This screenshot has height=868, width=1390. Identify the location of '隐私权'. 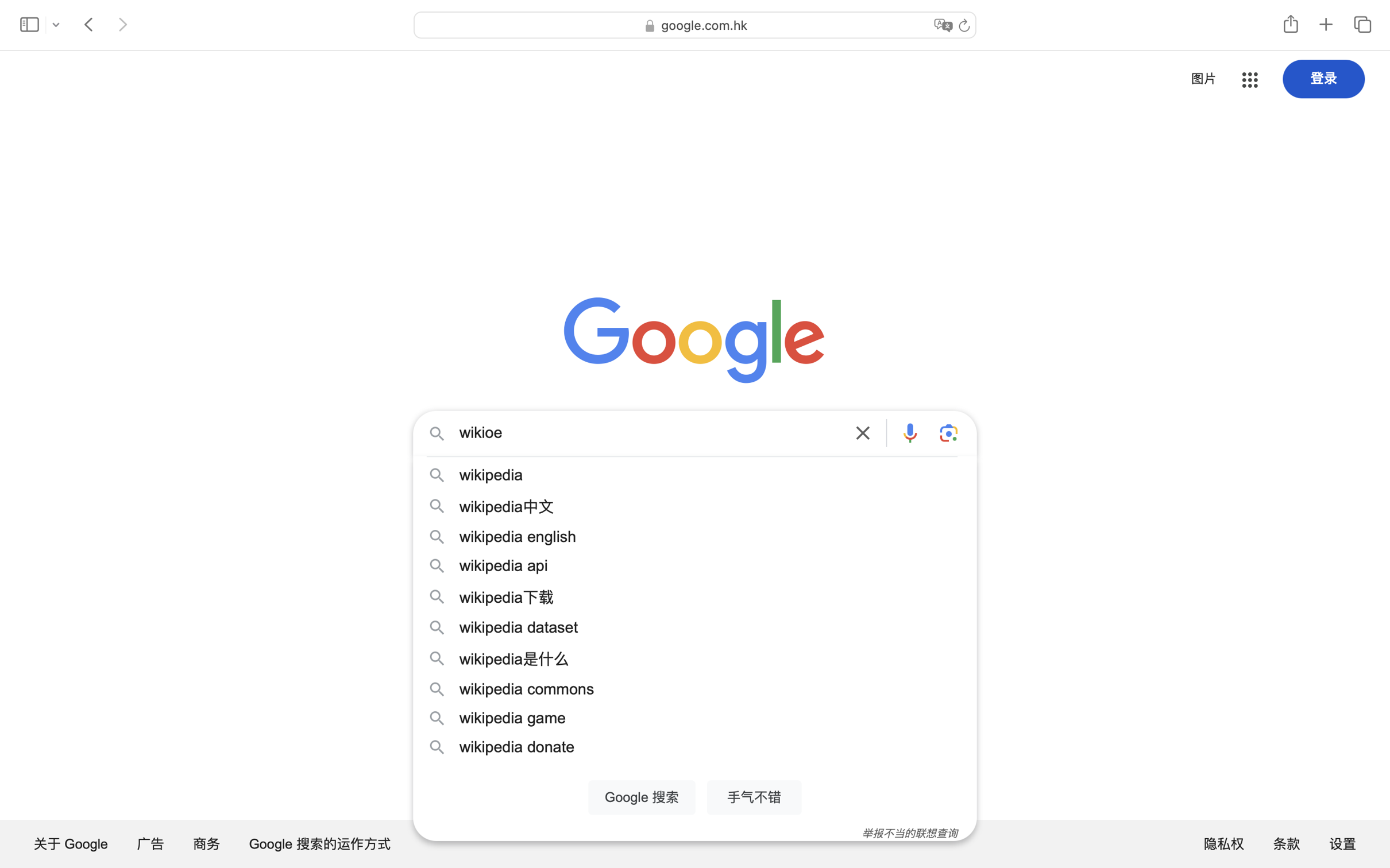
(1223, 843).